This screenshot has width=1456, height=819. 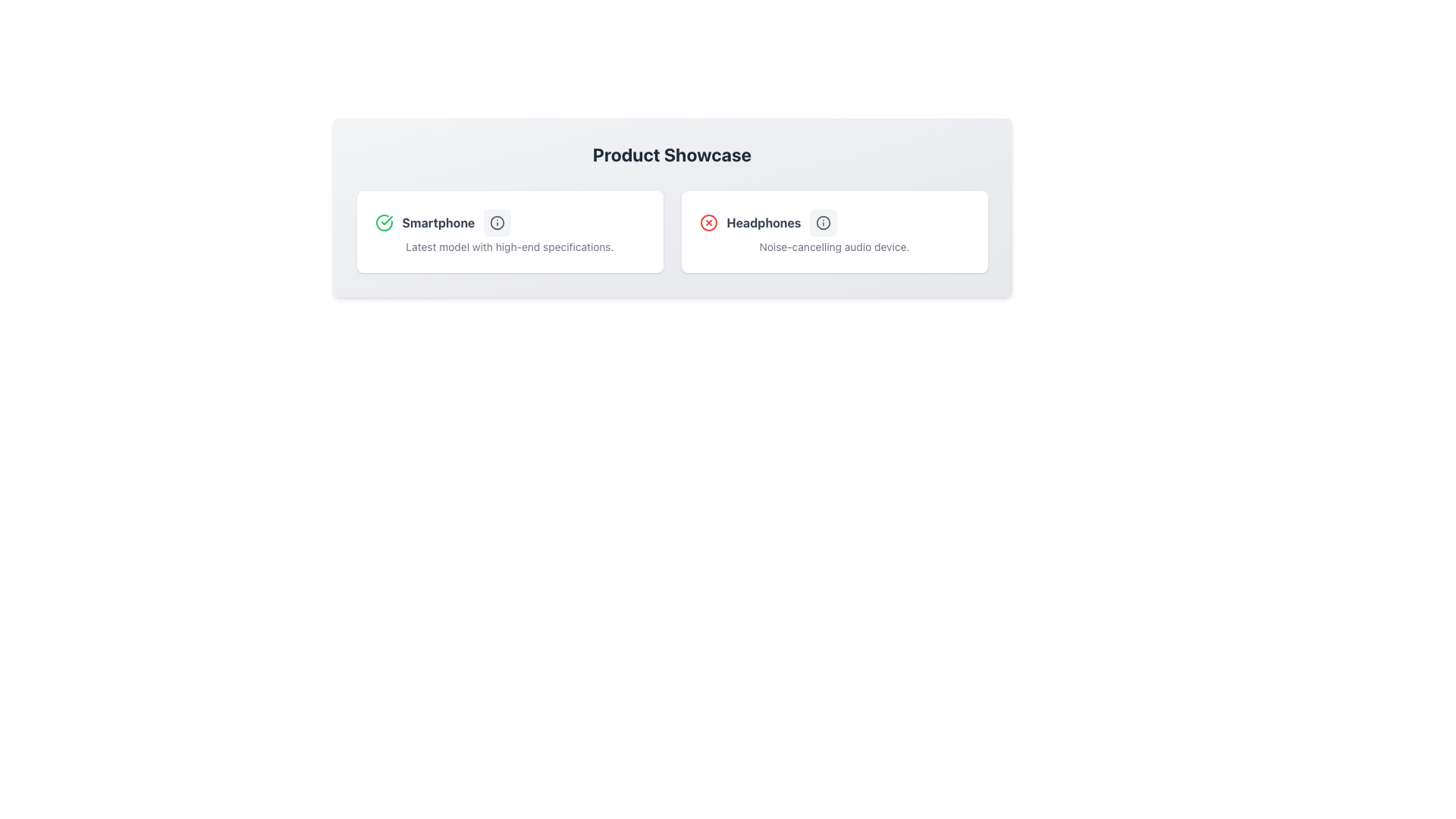 I want to click on the text label that reads 'Noise-cancelling audio device' styled in muted gray font beneath the heading 'Headphones', so click(x=833, y=246).